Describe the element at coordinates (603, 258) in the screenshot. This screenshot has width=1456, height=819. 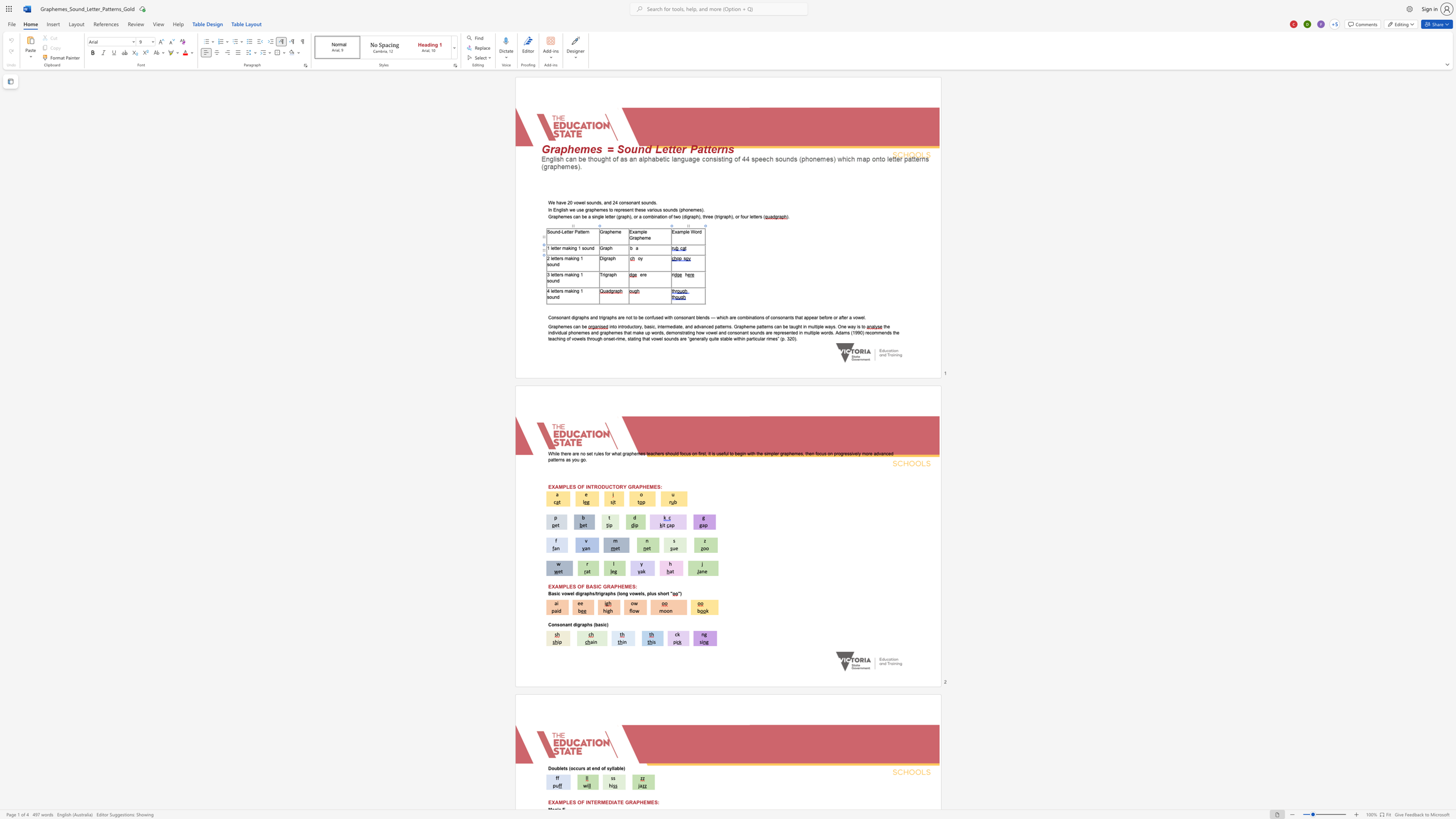
I see `the 1th character "i" in the text` at that location.